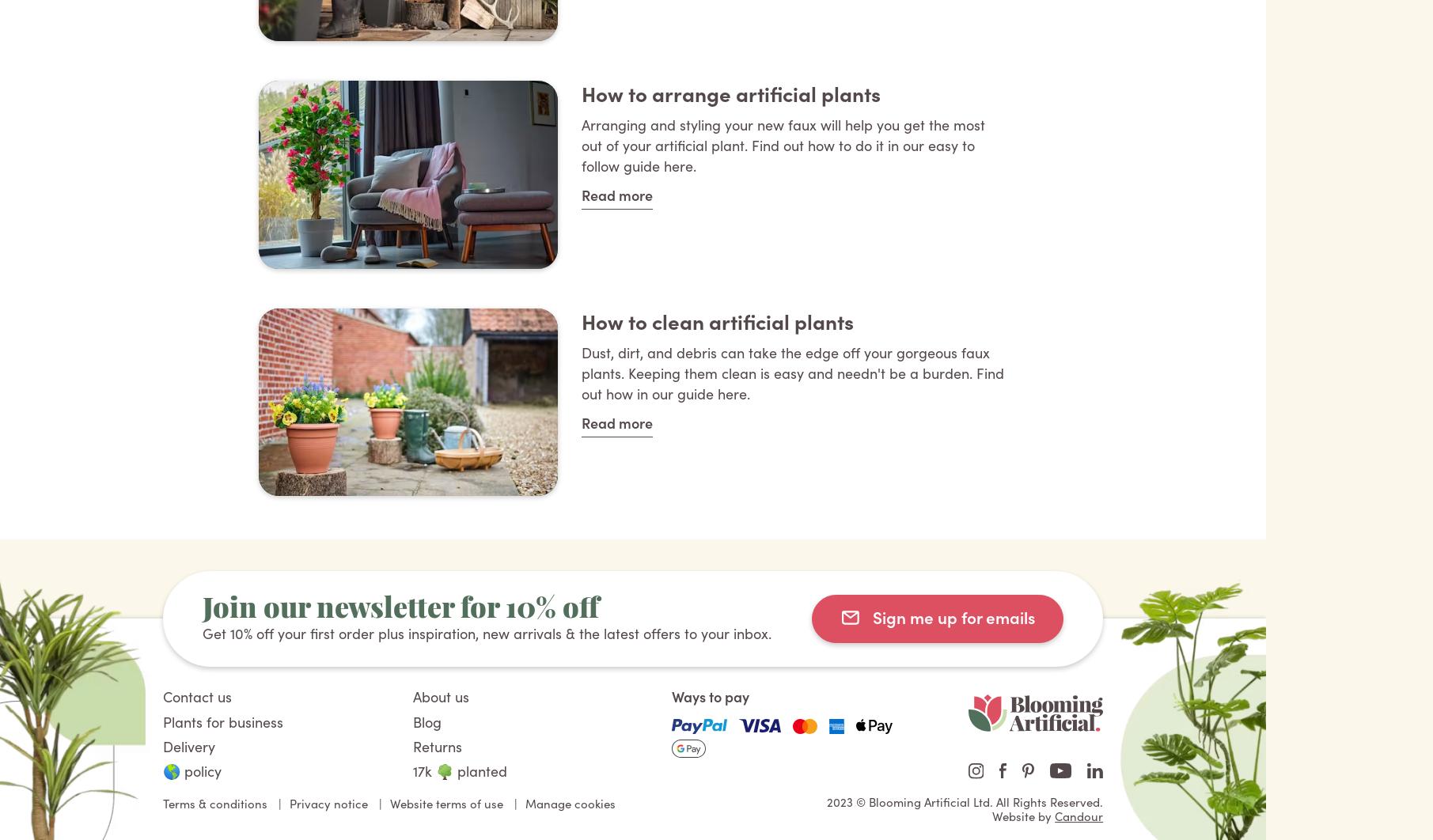 Image resolution: width=1433 pixels, height=840 pixels. What do you see at coordinates (445, 801) in the screenshot?
I see `'Website terms of use'` at bounding box center [445, 801].